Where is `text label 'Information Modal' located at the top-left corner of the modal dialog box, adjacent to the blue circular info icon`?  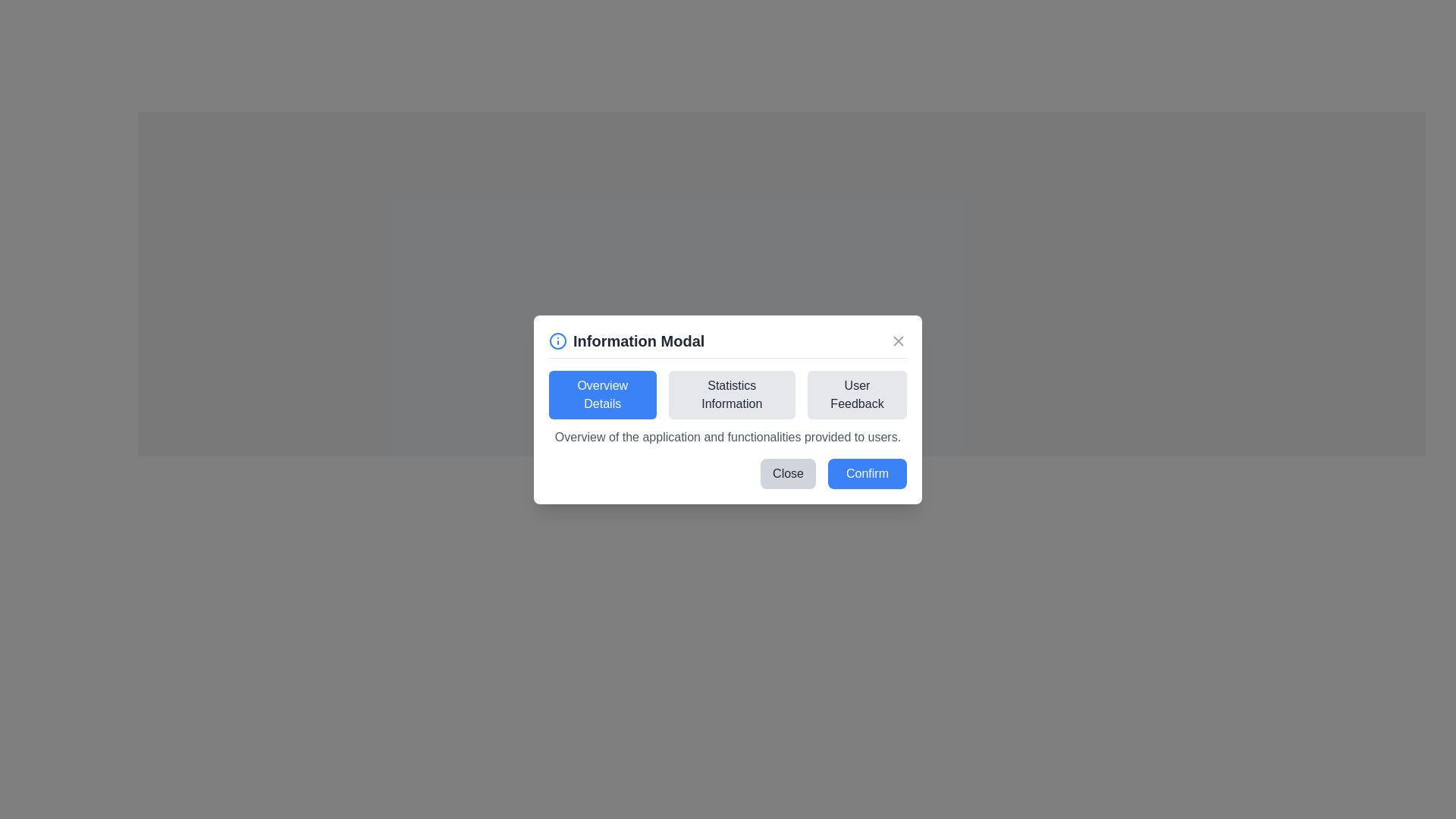
text label 'Information Modal' located at the top-left corner of the modal dialog box, adjacent to the blue circular info icon is located at coordinates (626, 340).